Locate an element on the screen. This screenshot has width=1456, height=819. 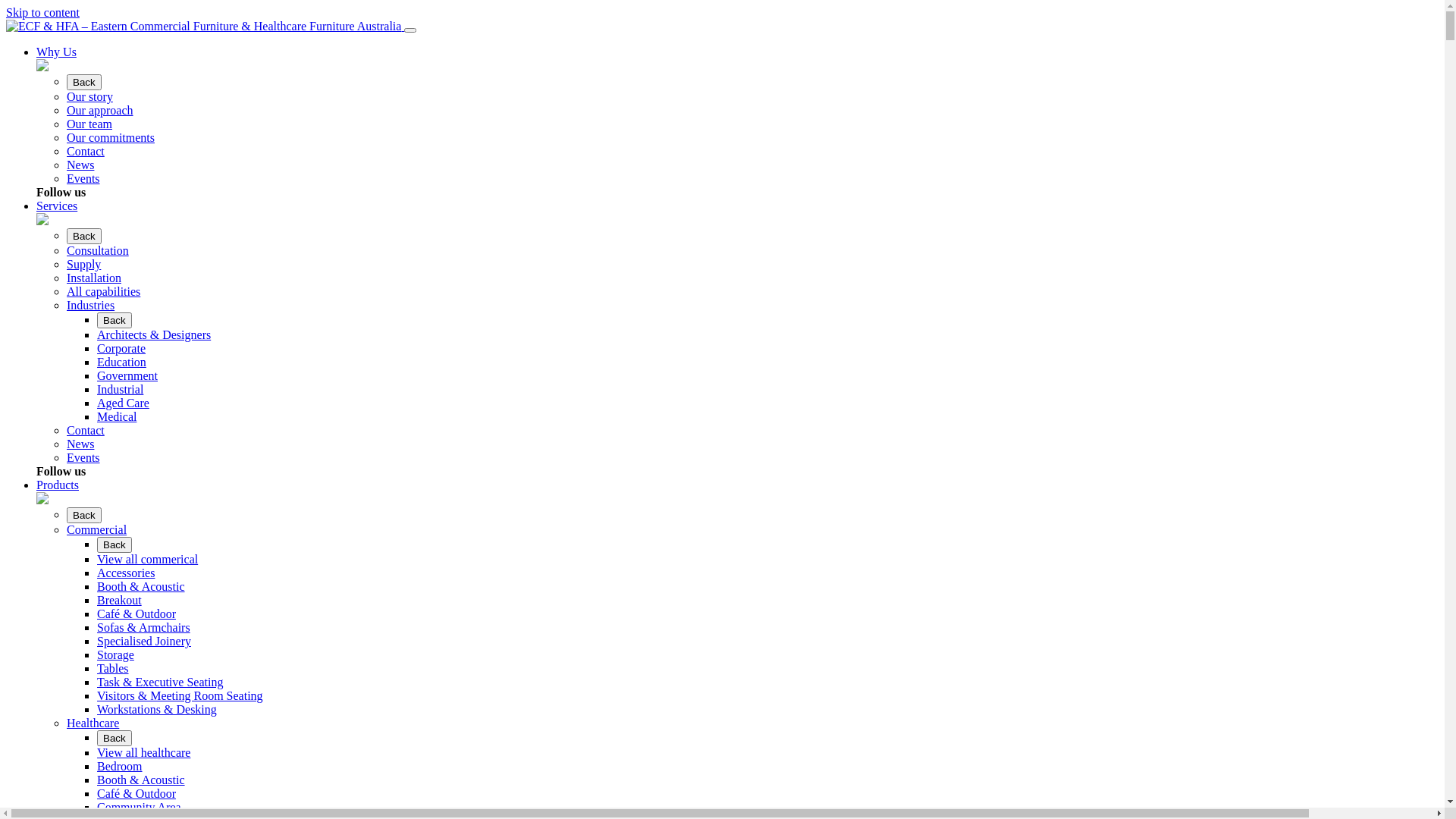
'Back' is located at coordinates (83, 82).